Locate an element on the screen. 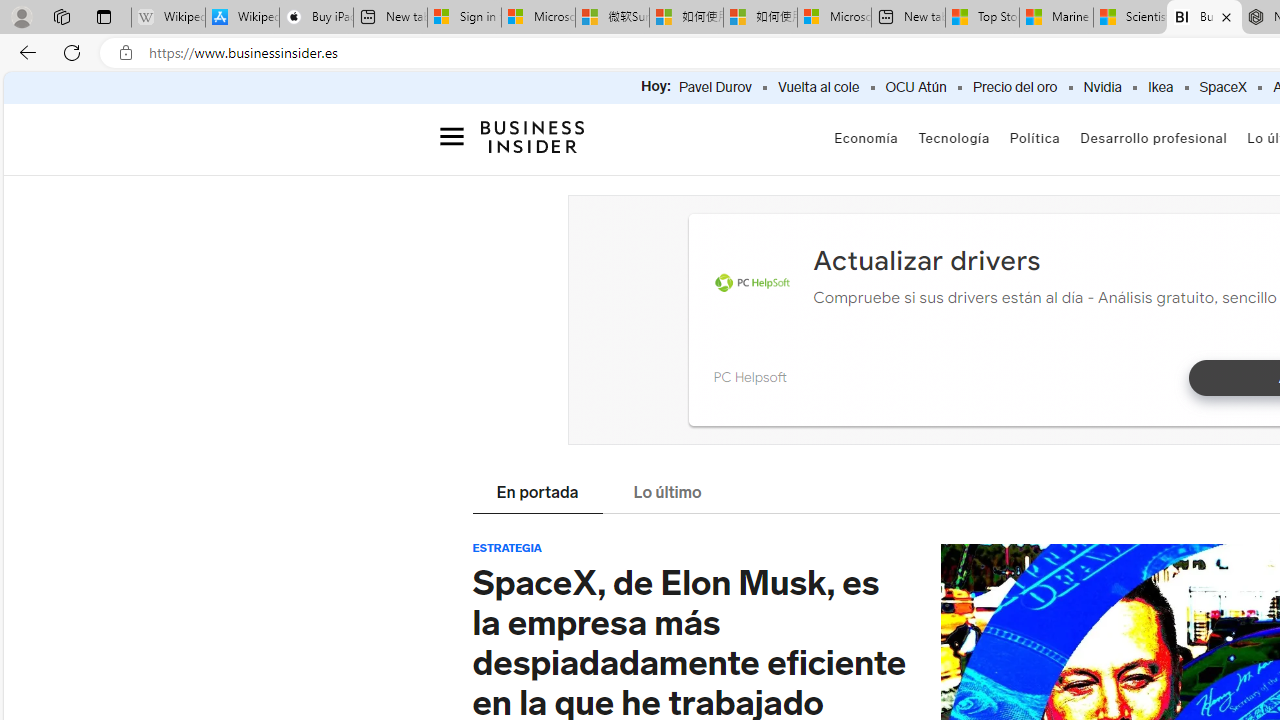  'Wikipedia - Sleeping' is located at coordinates (168, 17).